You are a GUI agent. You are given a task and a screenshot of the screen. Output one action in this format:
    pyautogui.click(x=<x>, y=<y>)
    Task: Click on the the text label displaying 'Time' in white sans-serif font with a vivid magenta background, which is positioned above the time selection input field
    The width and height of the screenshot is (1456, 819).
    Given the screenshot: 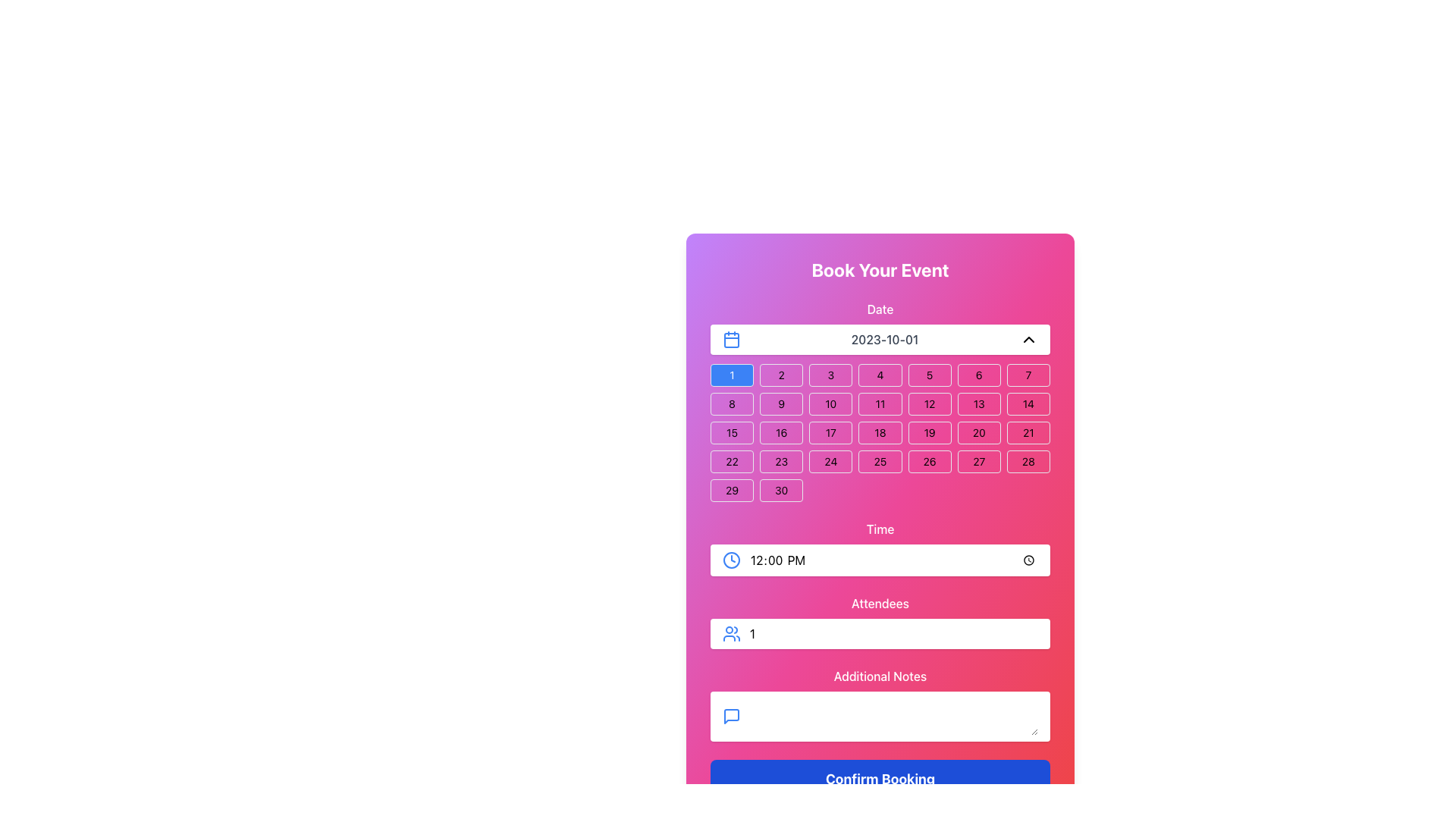 What is the action you would take?
    pyautogui.click(x=880, y=529)
    